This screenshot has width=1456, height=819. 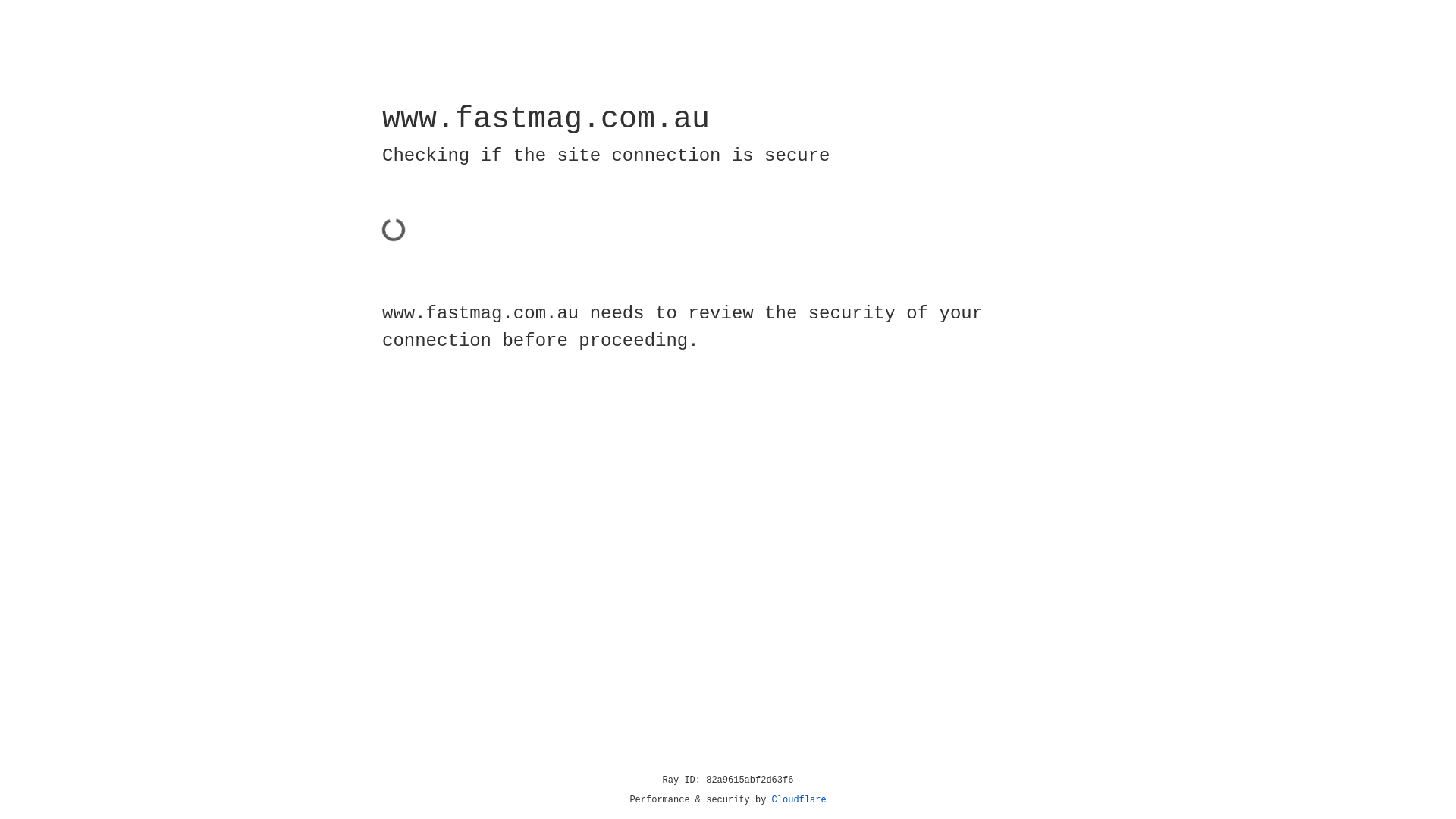 What do you see at coordinates (799, 799) in the screenshot?
I see `'Cloudflare'` at bounding box center [799, 799].